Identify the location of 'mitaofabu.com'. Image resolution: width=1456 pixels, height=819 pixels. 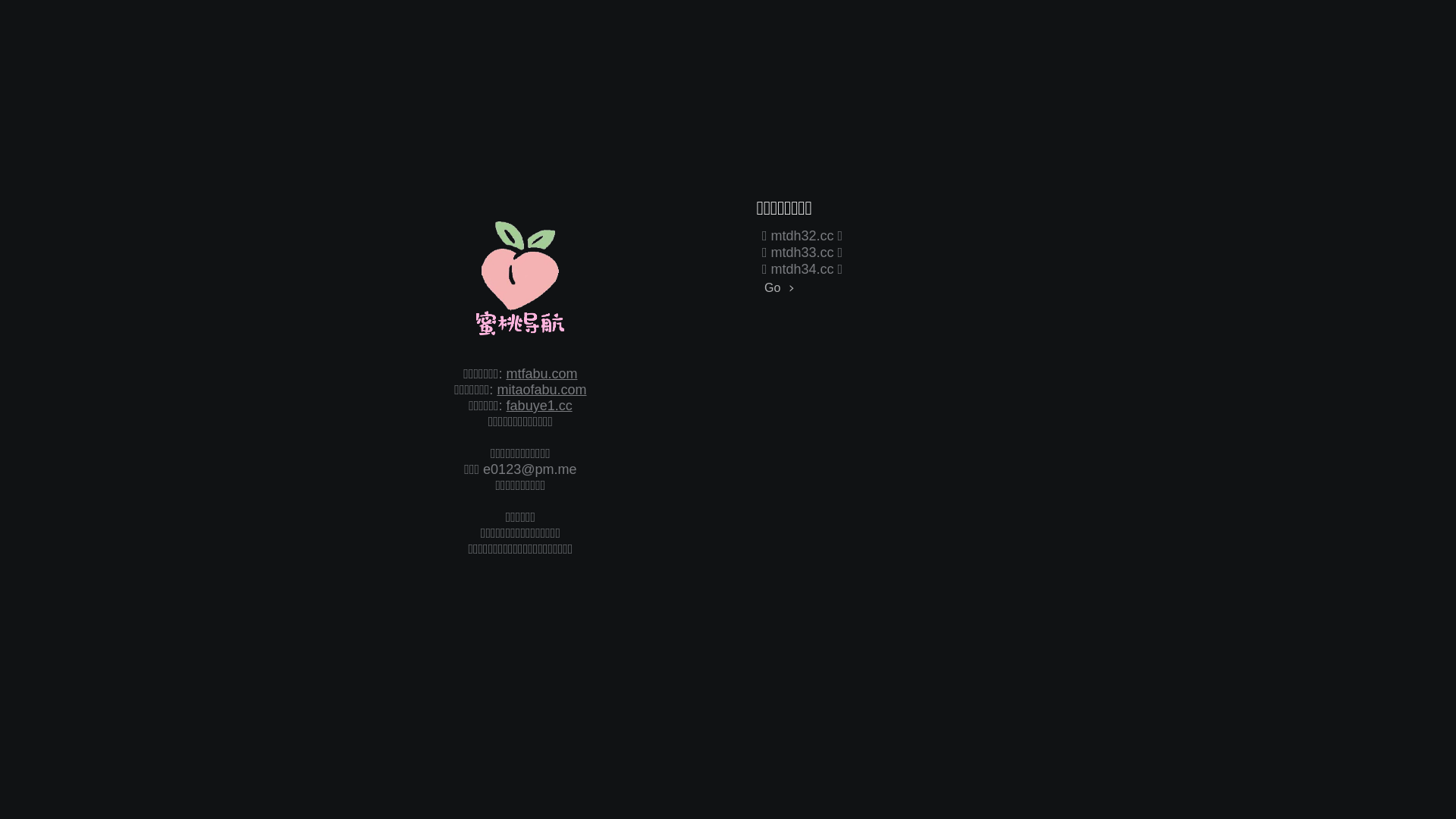
(541, 388).